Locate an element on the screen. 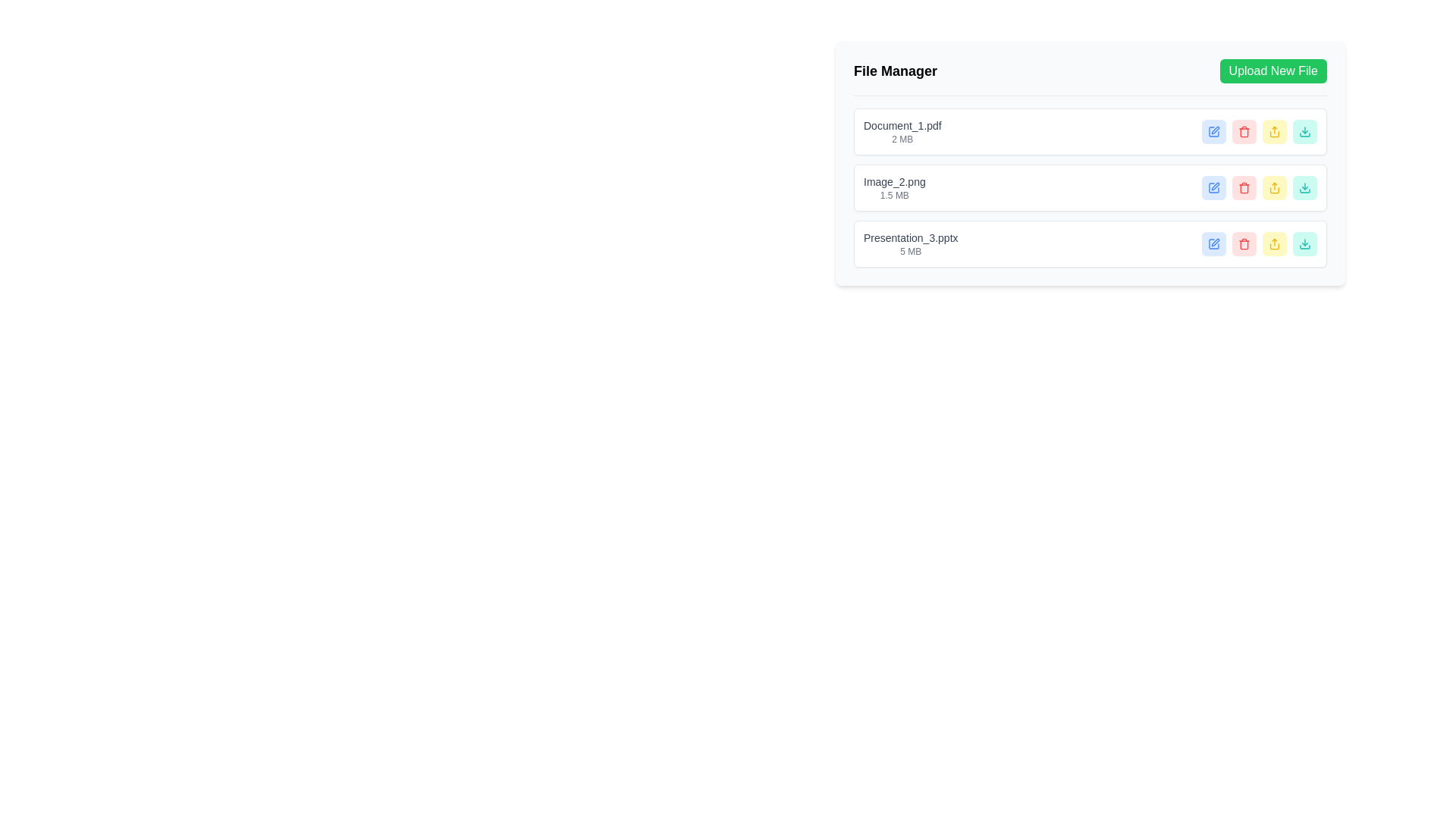  the fourth button in a row of interactive buttons next to a file entry is located at coordinates (1274, 187).